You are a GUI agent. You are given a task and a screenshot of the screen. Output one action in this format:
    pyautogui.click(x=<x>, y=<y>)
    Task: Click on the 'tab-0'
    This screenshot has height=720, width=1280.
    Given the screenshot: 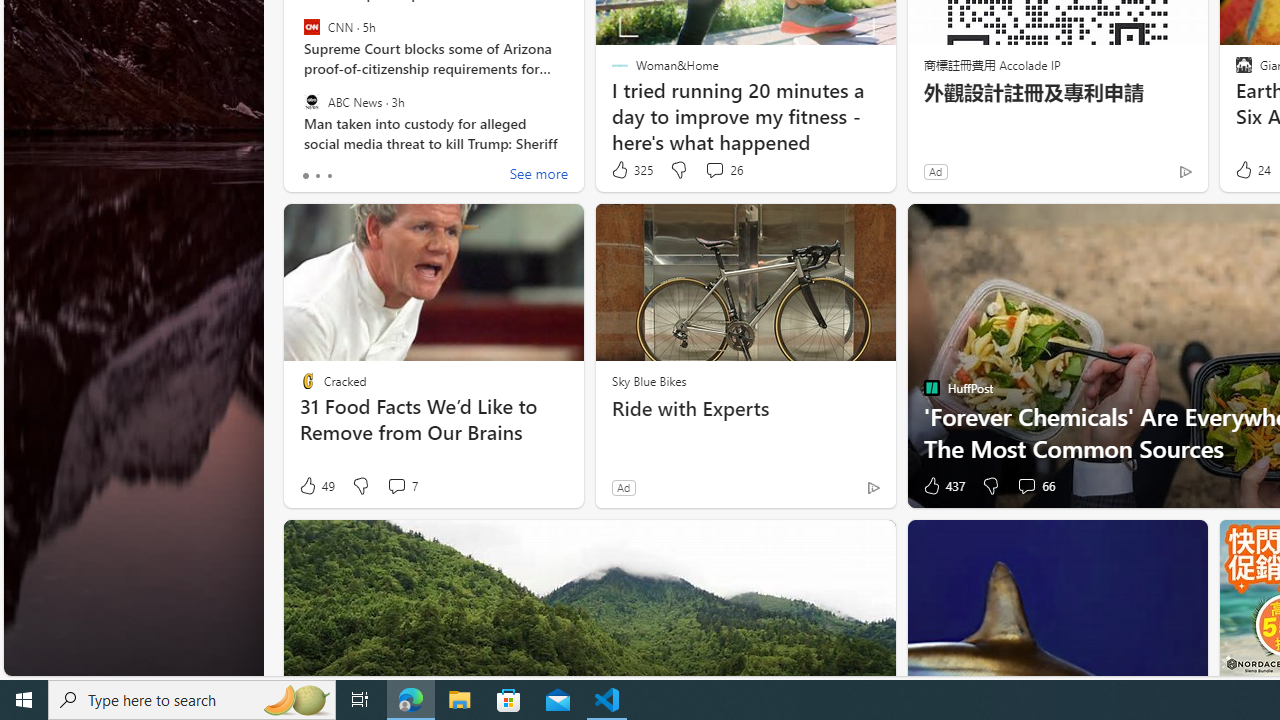 What is the action you would take?
    pyautogui.click(x=304, y=175)
    